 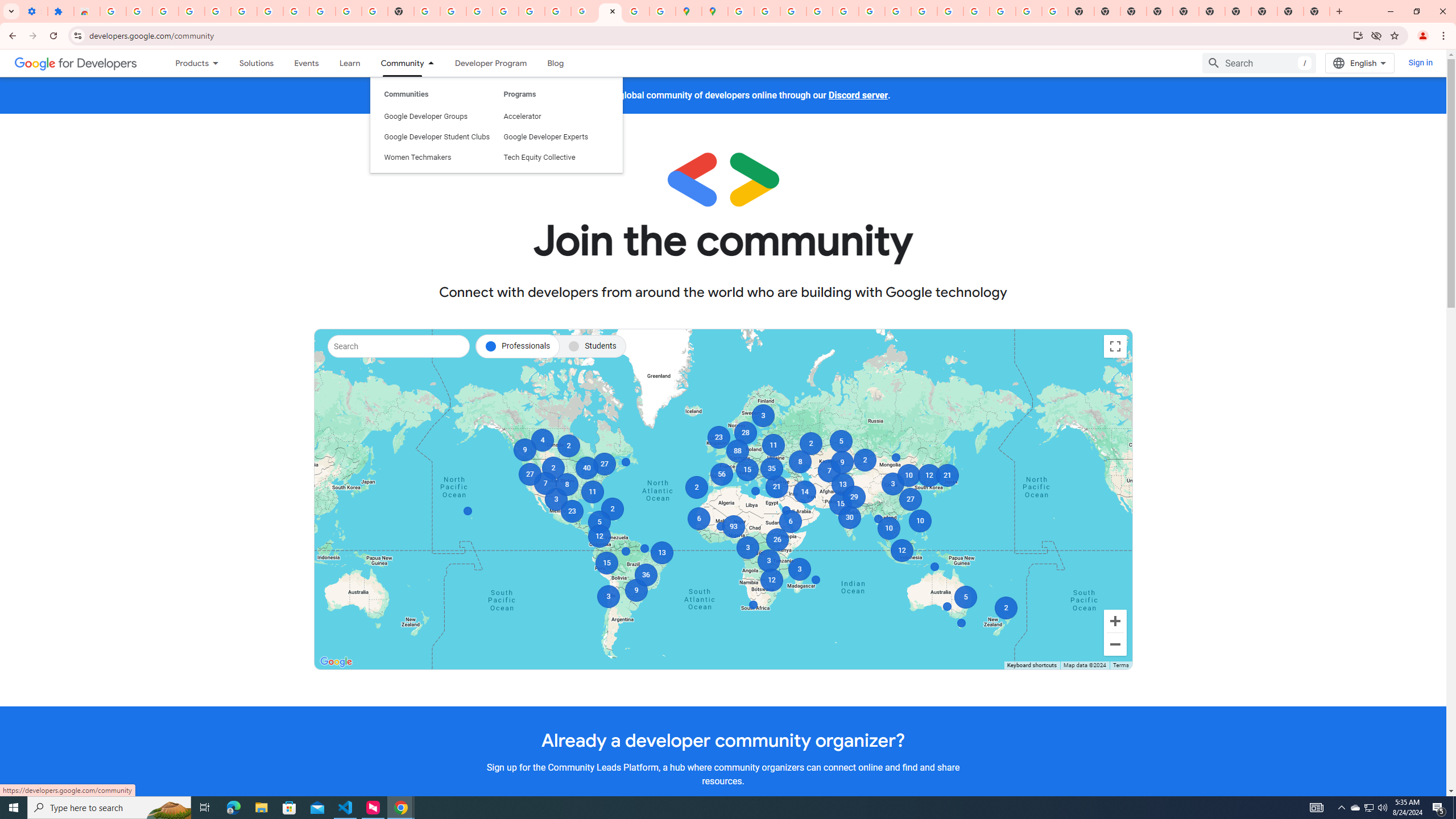 I want to click on 'Toggle fullscreen view', so click(x=1115, y=346).